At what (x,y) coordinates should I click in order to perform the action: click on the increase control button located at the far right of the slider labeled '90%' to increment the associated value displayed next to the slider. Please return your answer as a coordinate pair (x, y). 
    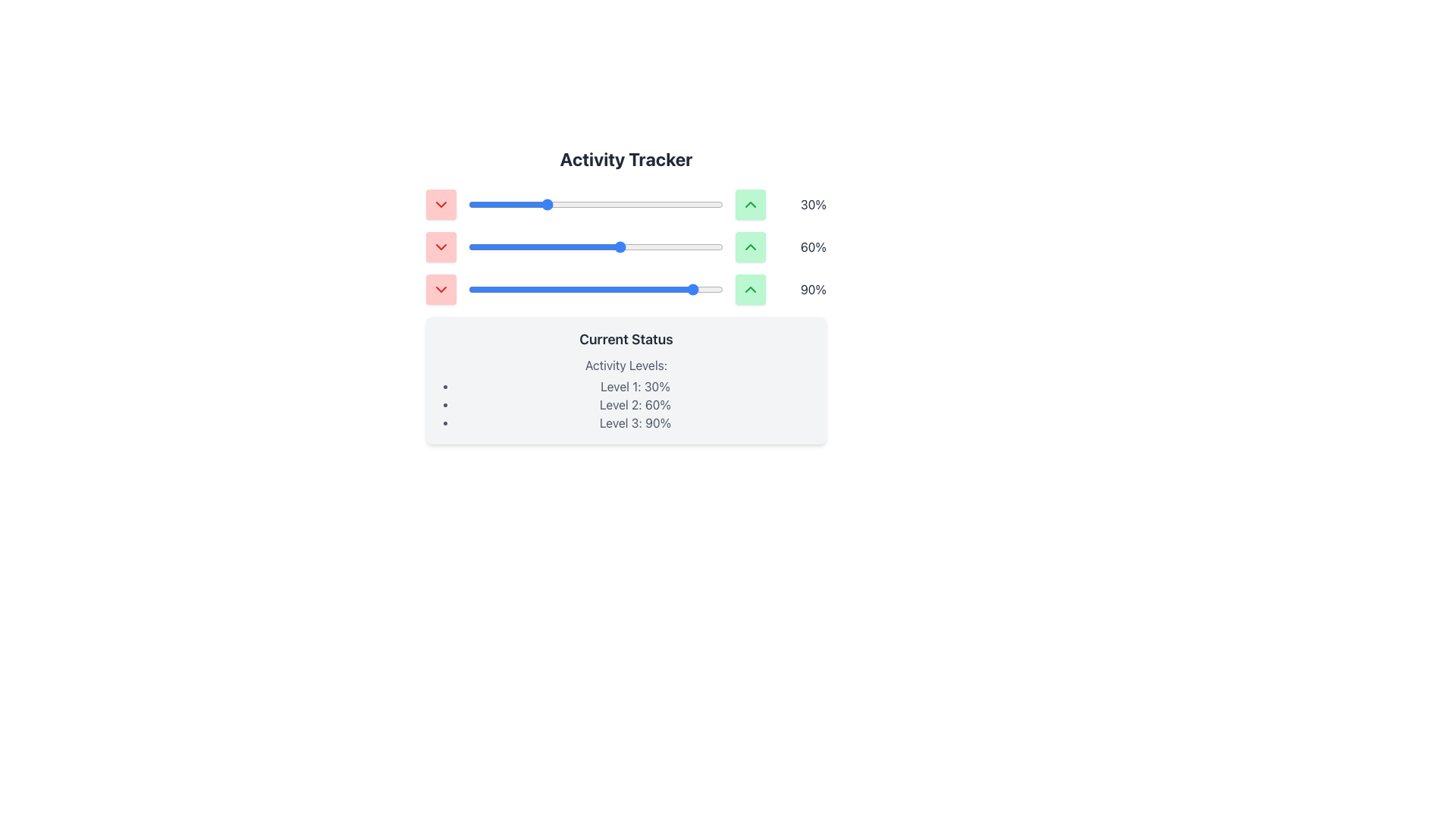
    Looking at the image, I should click on (750, 289).